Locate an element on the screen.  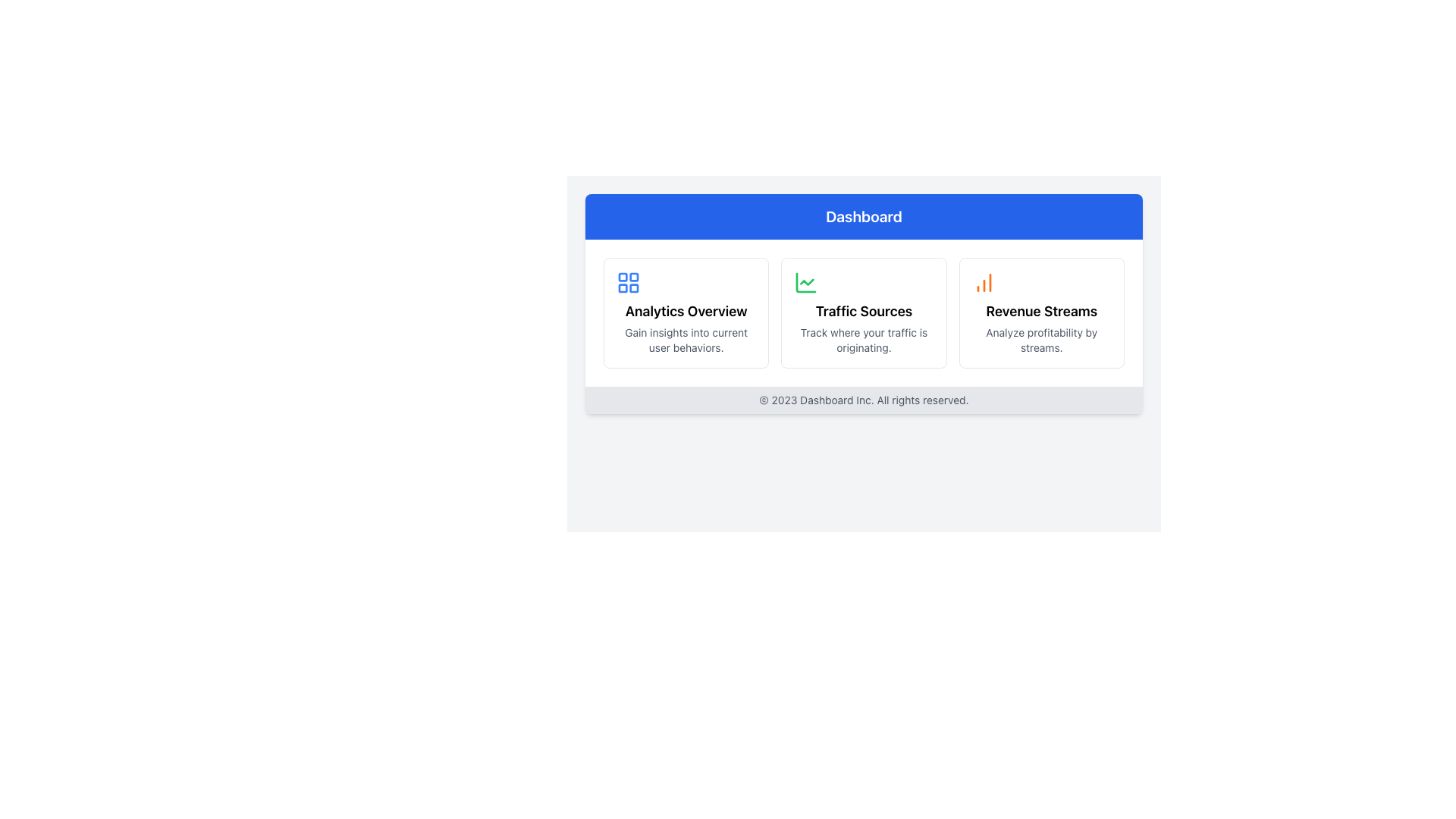
the Information card titled 'Analytics Overview' which features a white background, an icon in the top-left corner, and a subtitle 'Gain insights into current user behaviors' is located at coordinates (686, 312).